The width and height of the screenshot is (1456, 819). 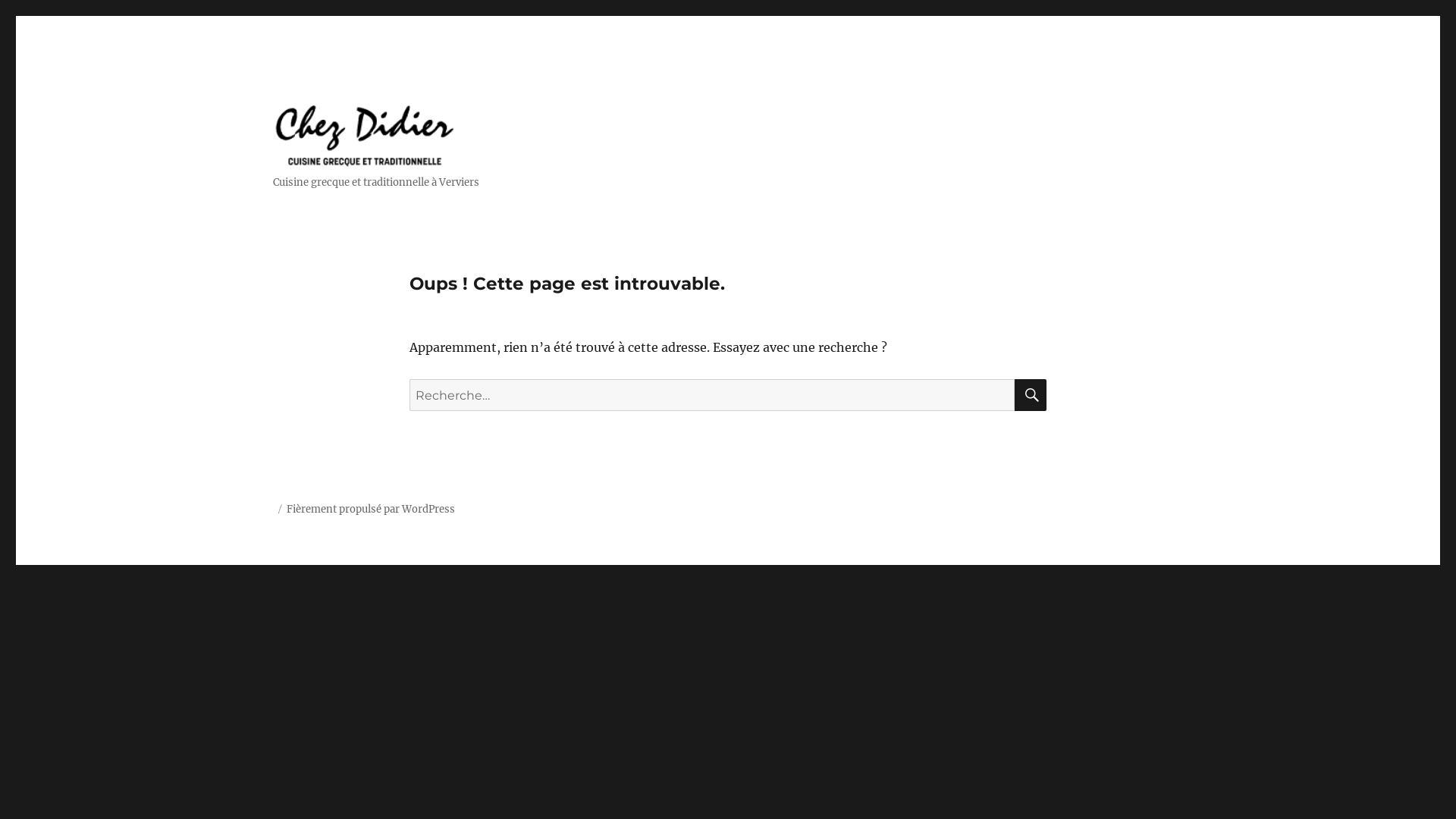 What do you see at coordinates (1015, 394) in the screenshot?
I see `'RECHERCHE'` at bounding box center [1015, 394].